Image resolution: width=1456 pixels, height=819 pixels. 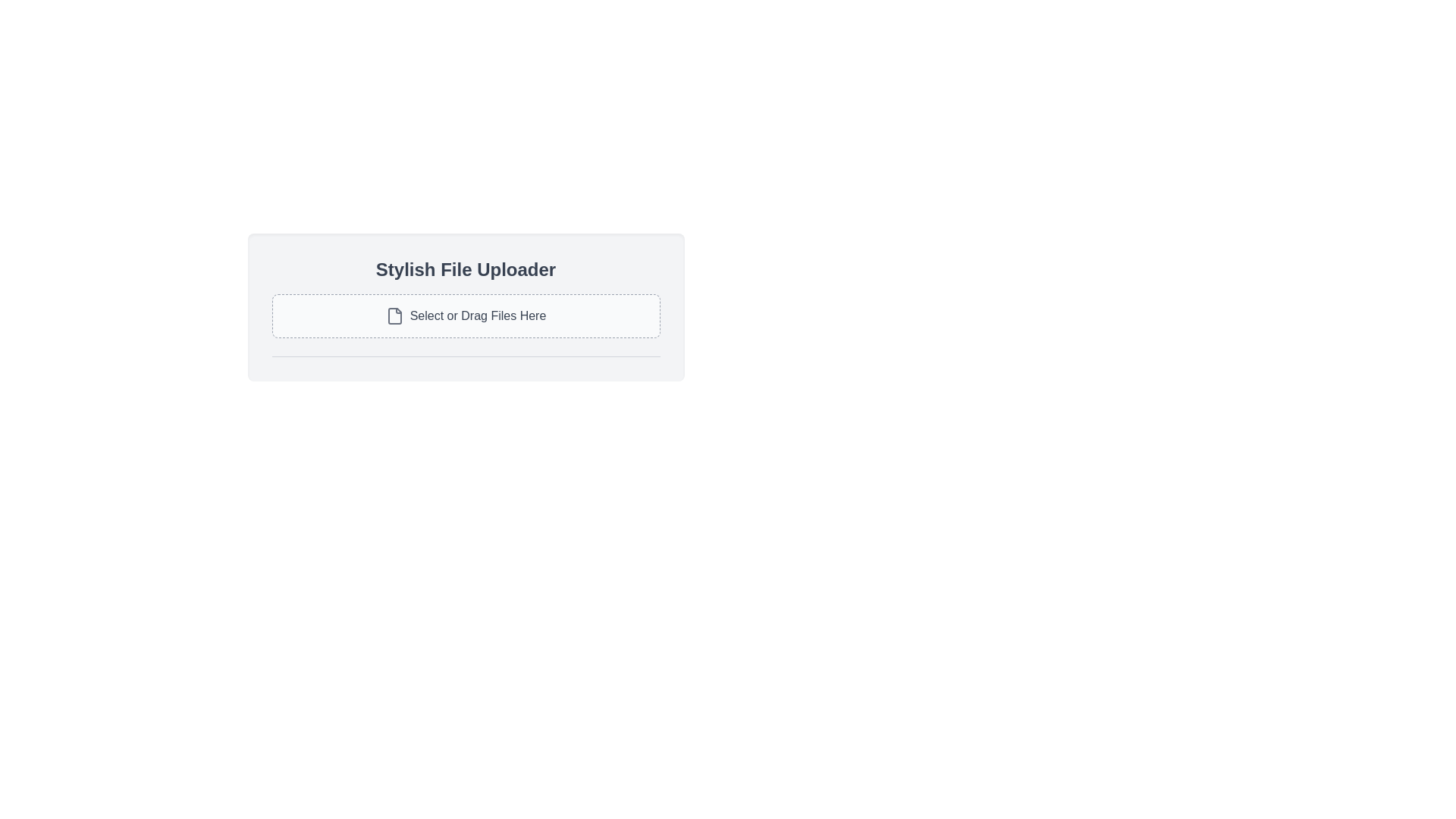 I want to click on the file icon, which is a small gray icon resembling a file located to the left of the text in the 'Select or Drag Files Here' section, so click(x=394, y=315).